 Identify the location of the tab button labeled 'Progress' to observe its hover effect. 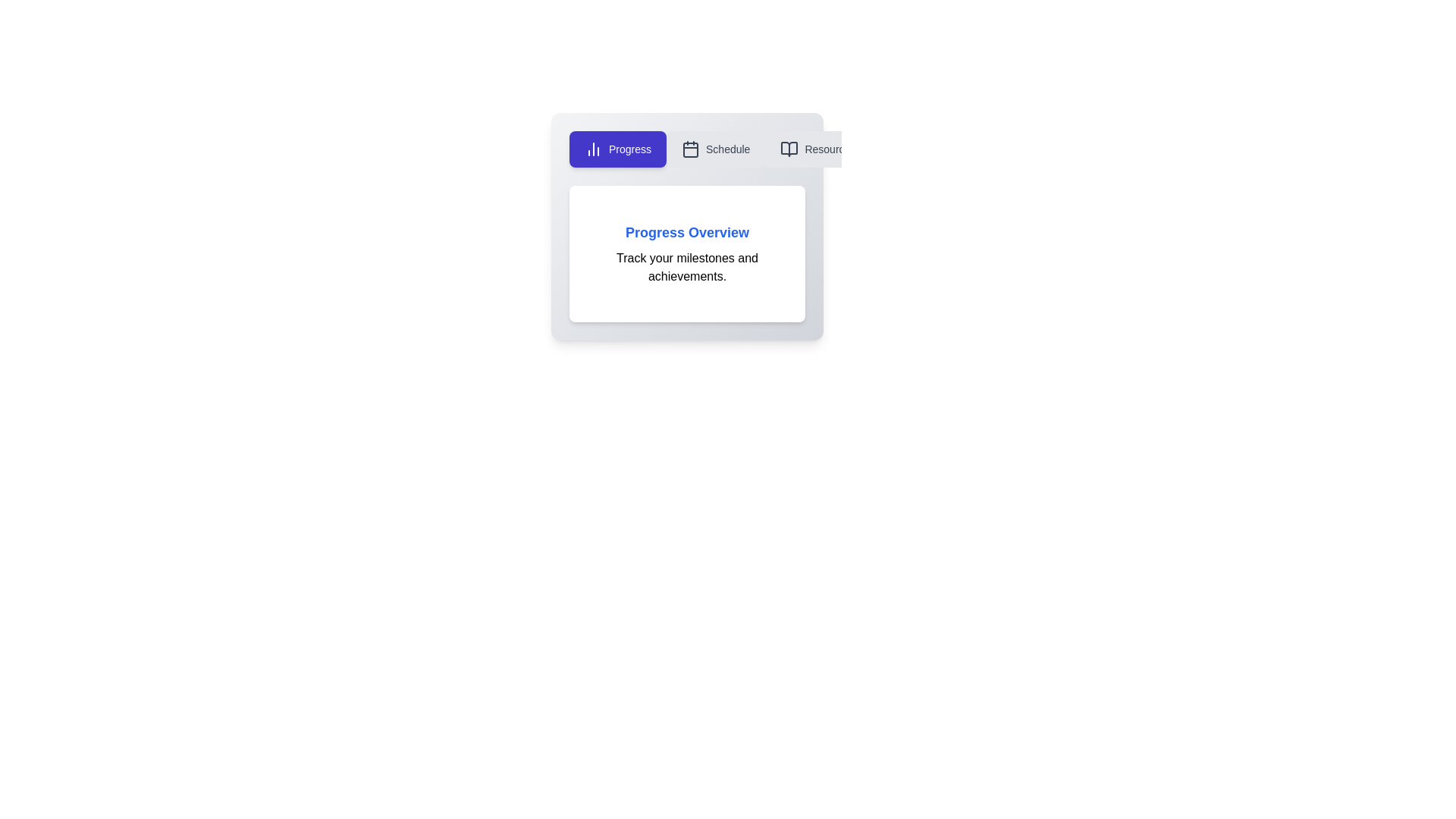
(618, 149).